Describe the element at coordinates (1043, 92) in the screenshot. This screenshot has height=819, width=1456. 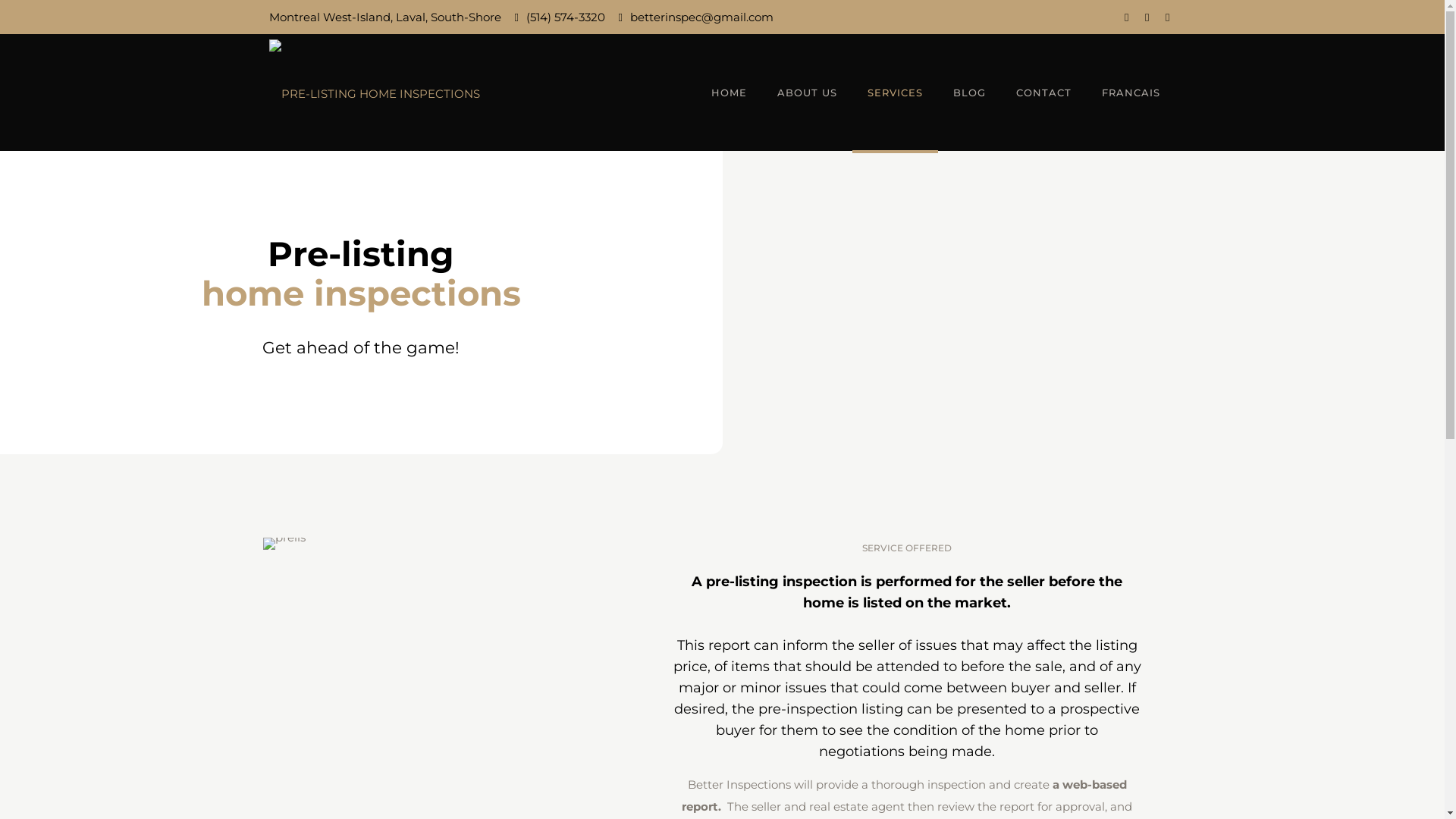
I see `'CONTACT'` at that location.